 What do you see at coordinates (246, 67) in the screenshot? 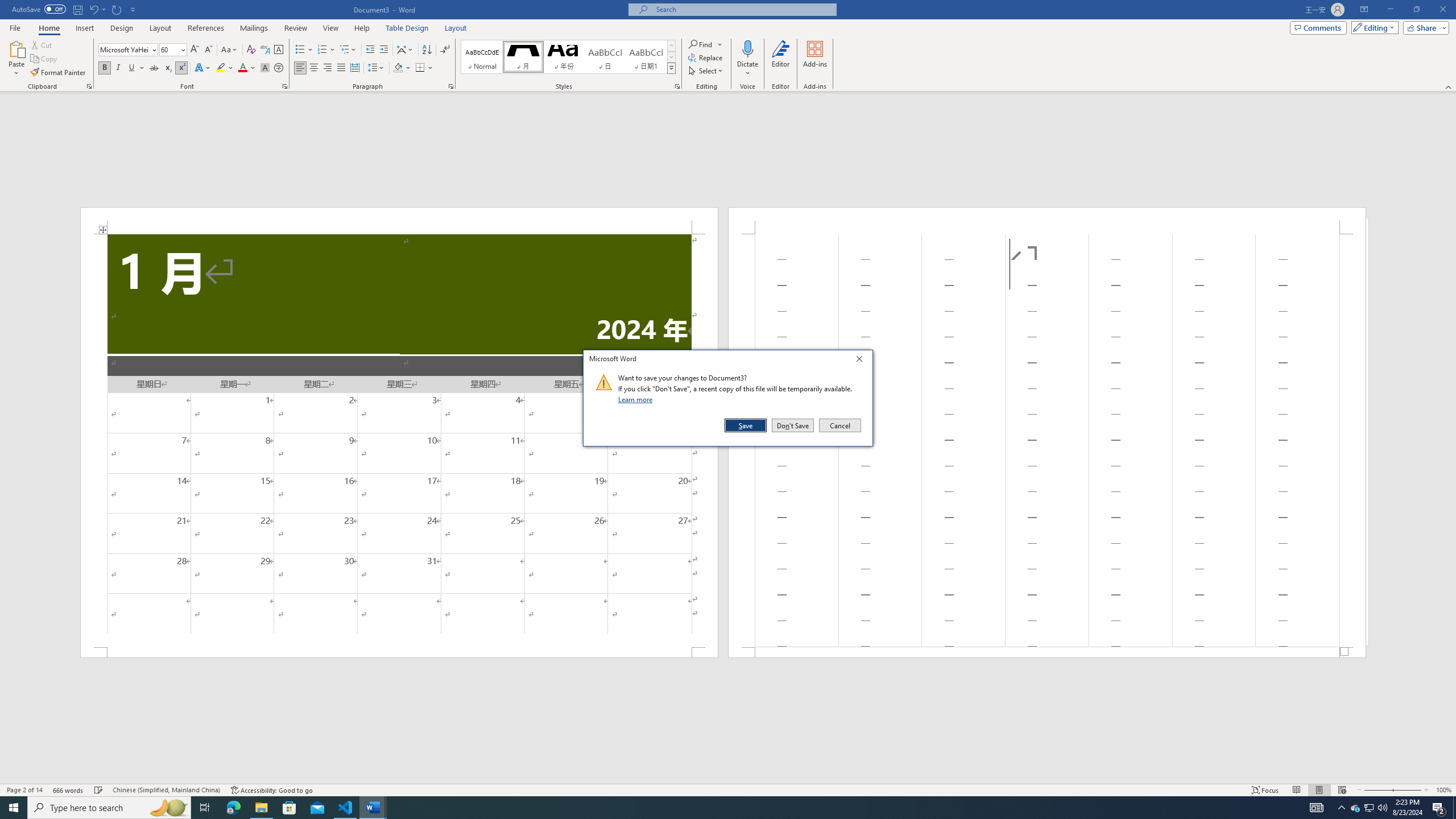
I see `'Font Color'` at bounding box center [246, 67].